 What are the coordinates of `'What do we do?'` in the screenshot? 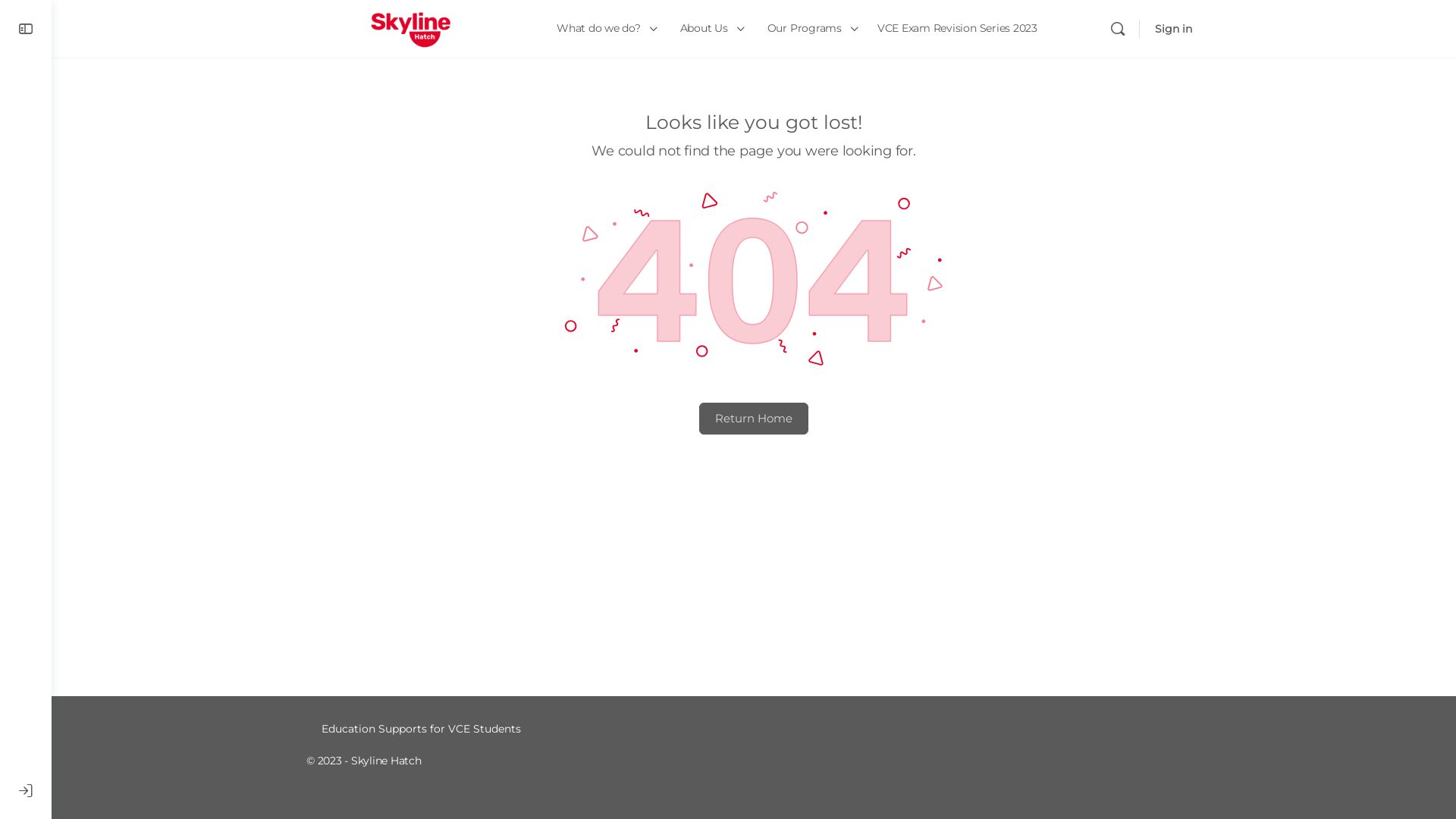 It's located at (548, 29).